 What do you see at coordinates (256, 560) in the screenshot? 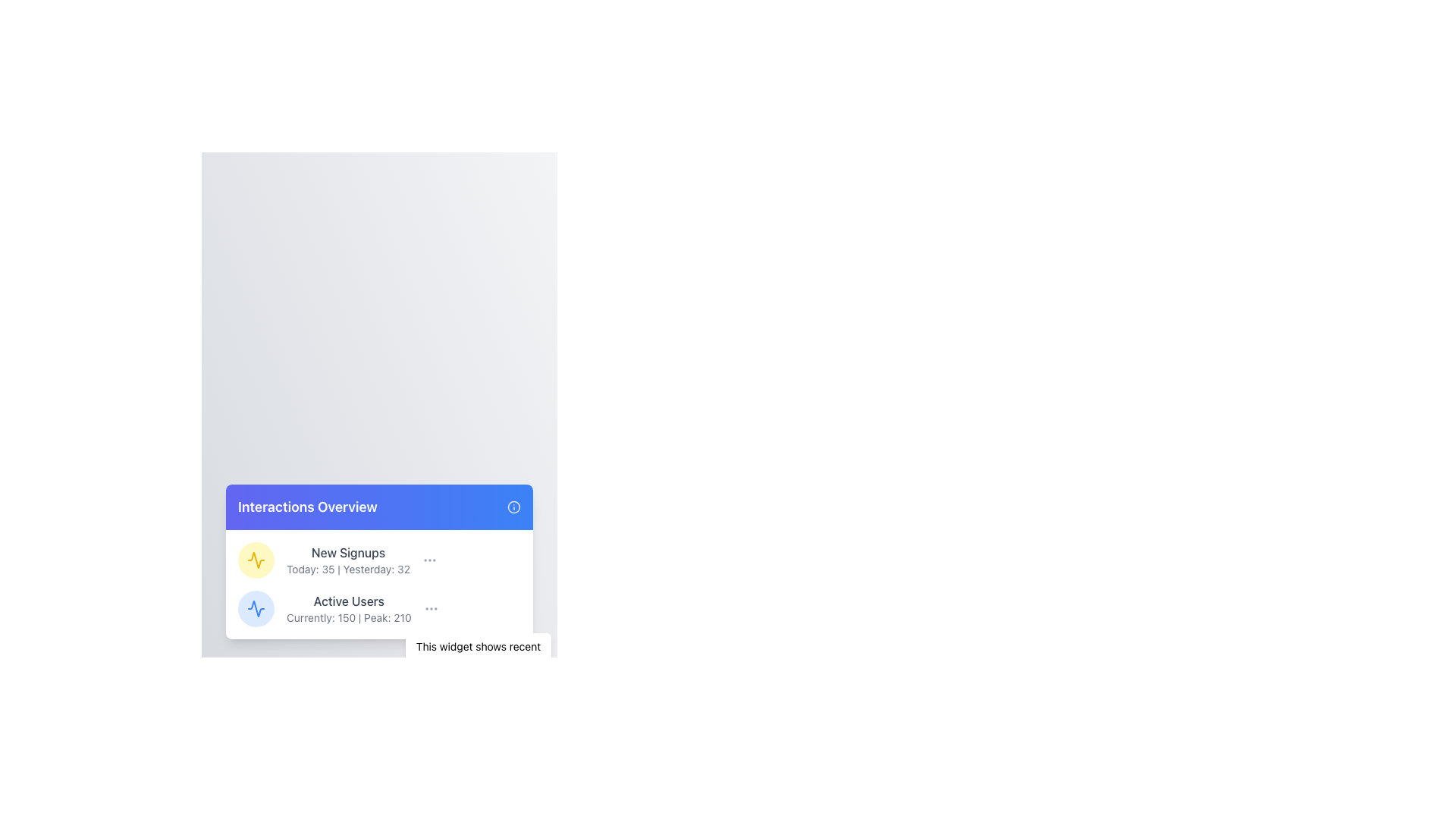
I see `the 'New Signups' icon located on the left side of the 'New Signups' card in the 'Interactions Overview' widget for information` at bounding box center [256, 560].